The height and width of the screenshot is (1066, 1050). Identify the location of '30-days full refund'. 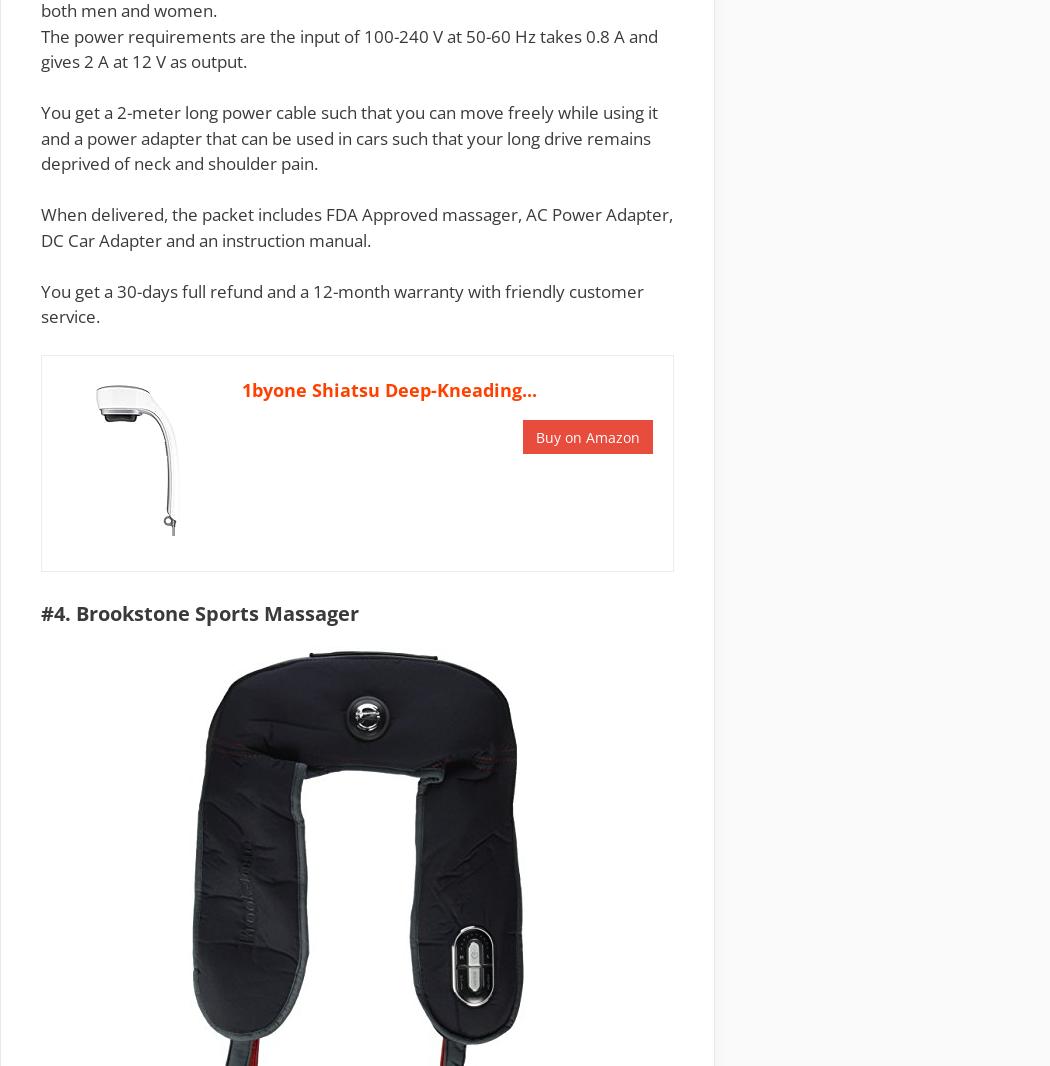
(189, 290).